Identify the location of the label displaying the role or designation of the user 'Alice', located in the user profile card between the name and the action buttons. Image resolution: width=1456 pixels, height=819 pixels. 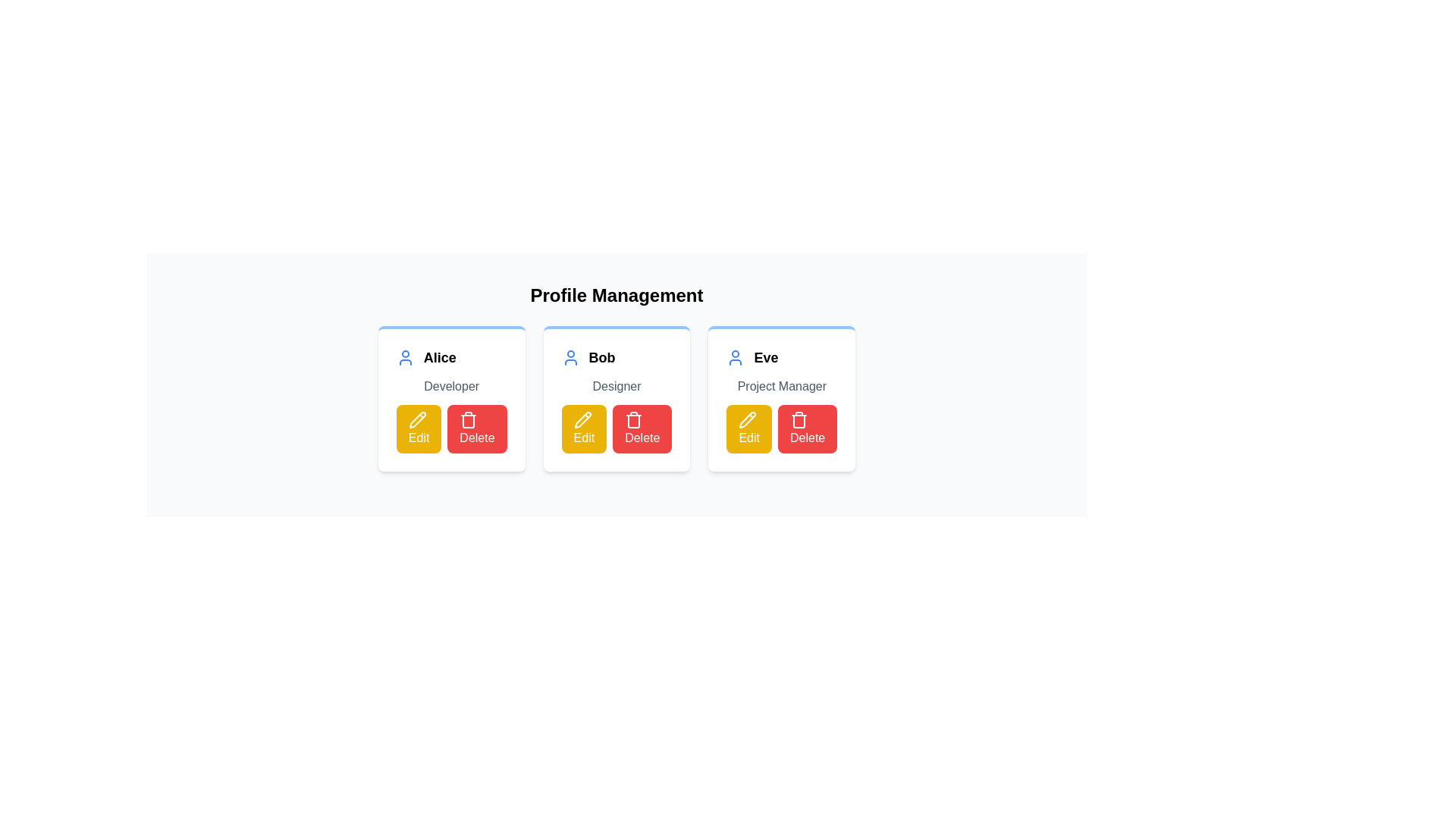
(450, 385).